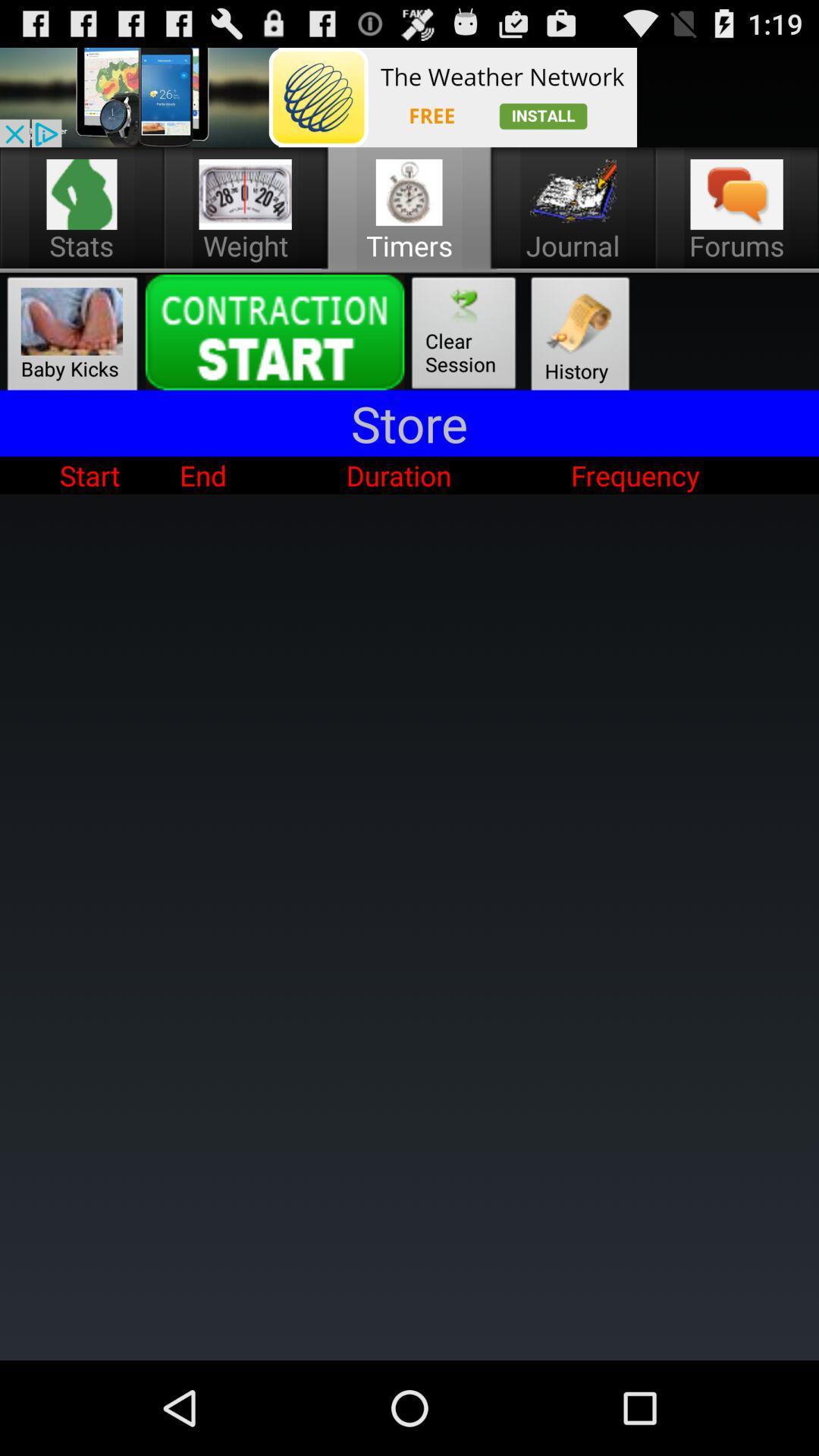 This screenshot has width=819, height=1456. Describe the element at coordinates (318, 96) in the screenshot. I see `advertisement link` at that location.